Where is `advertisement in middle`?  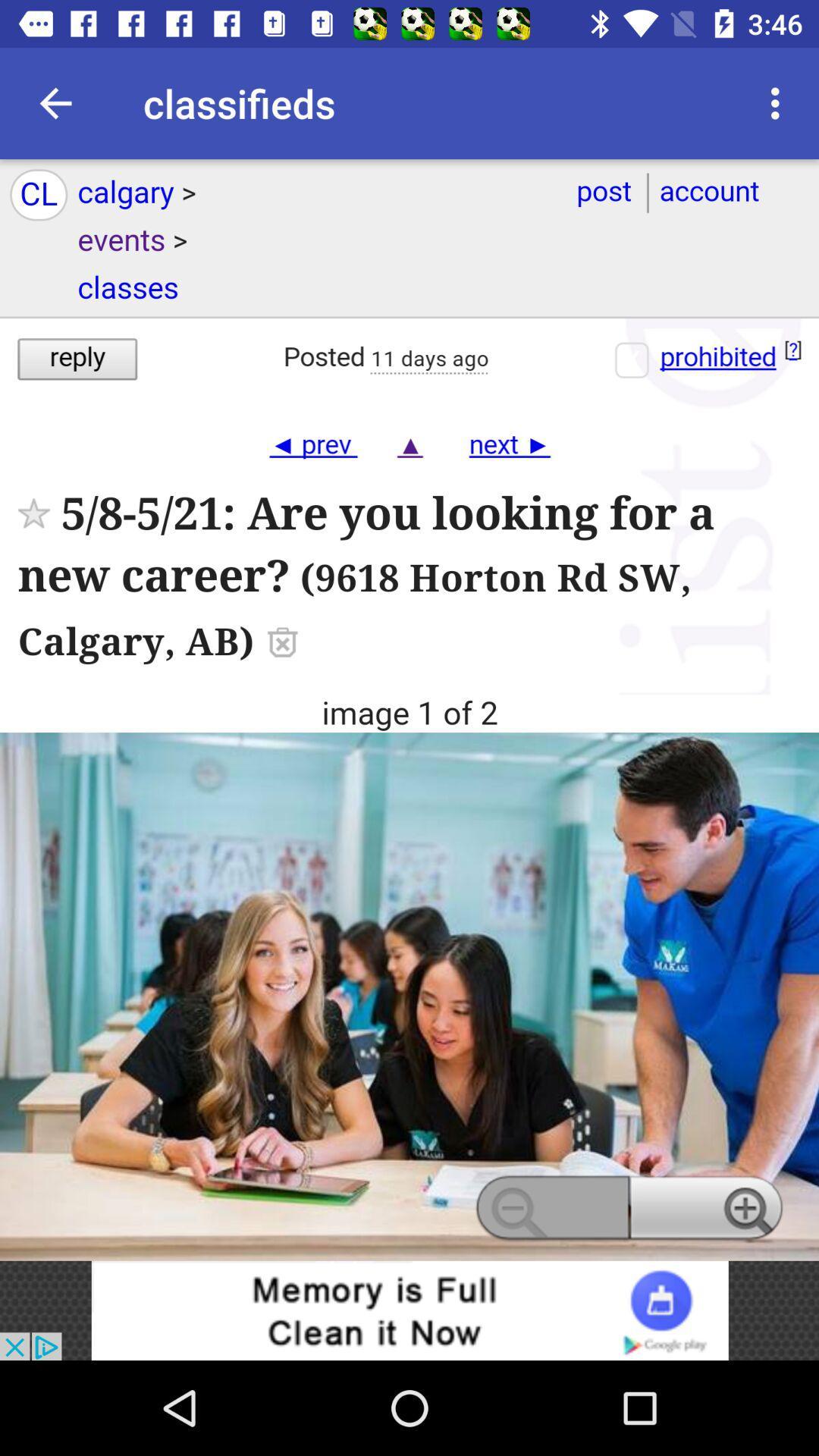
advertisement in middle is located at coordinates (409, 709).